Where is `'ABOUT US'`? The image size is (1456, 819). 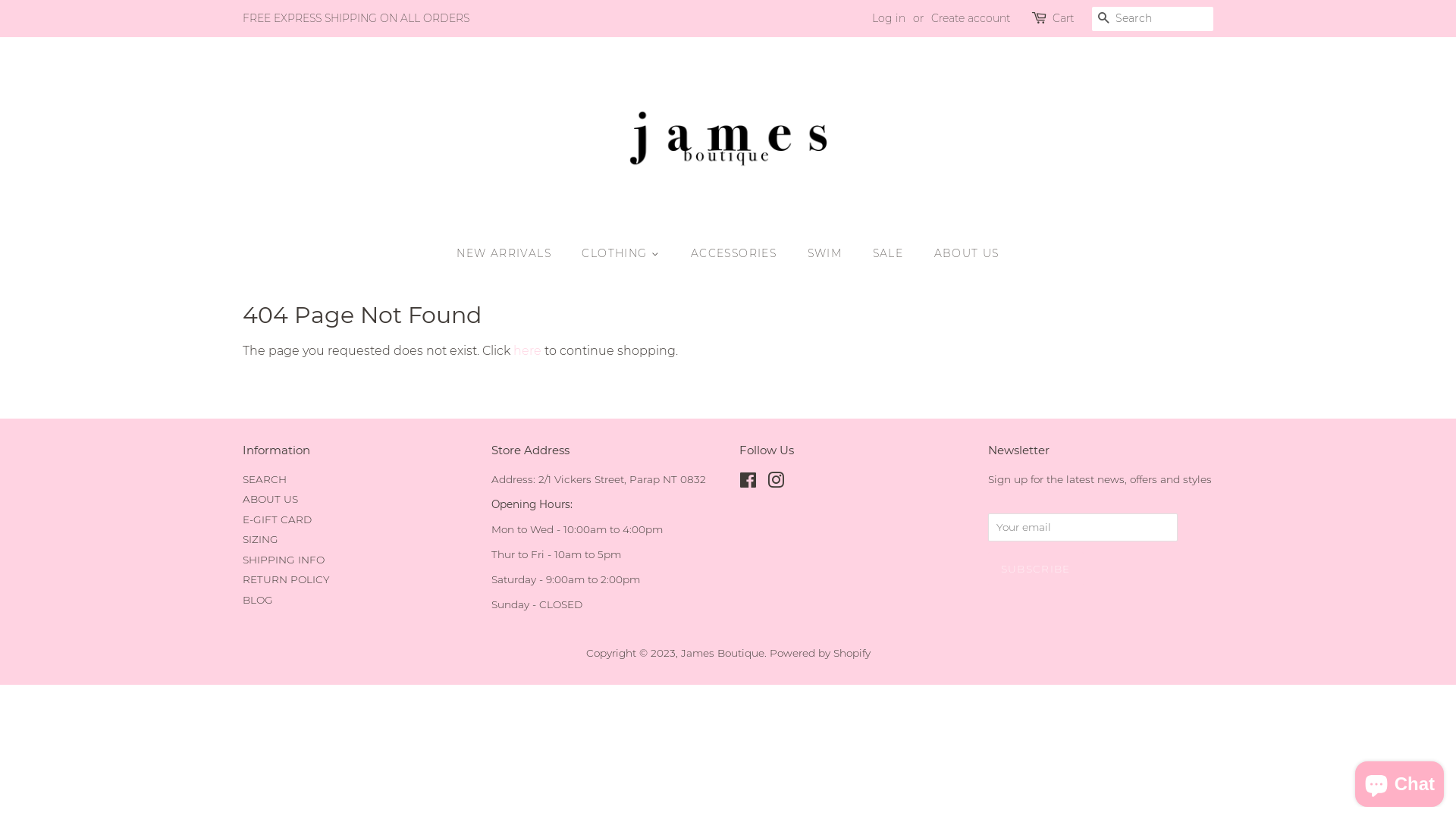
'ABOUT US' is located at coordinates (270, 499).